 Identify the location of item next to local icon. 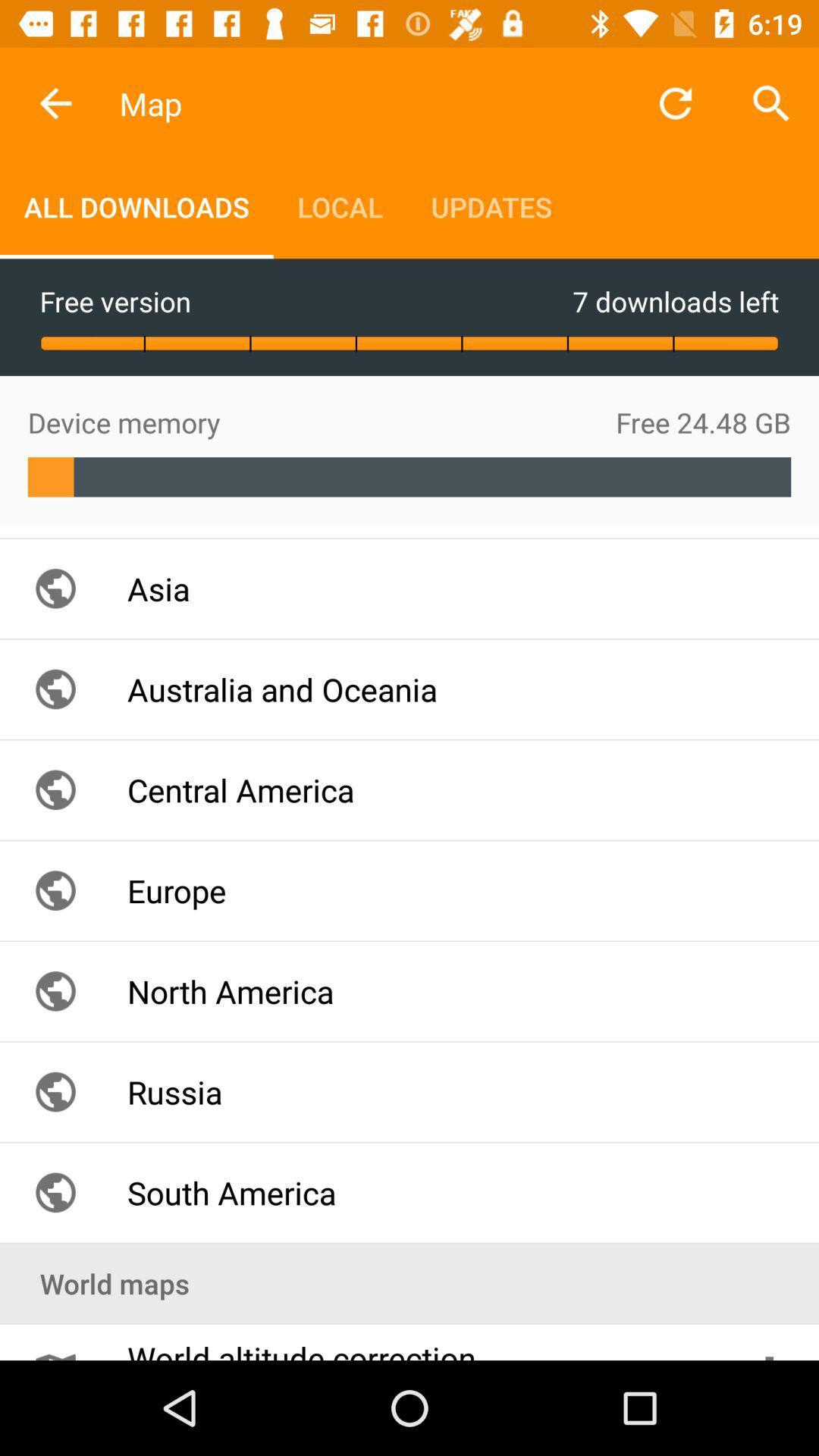
(491, 206).